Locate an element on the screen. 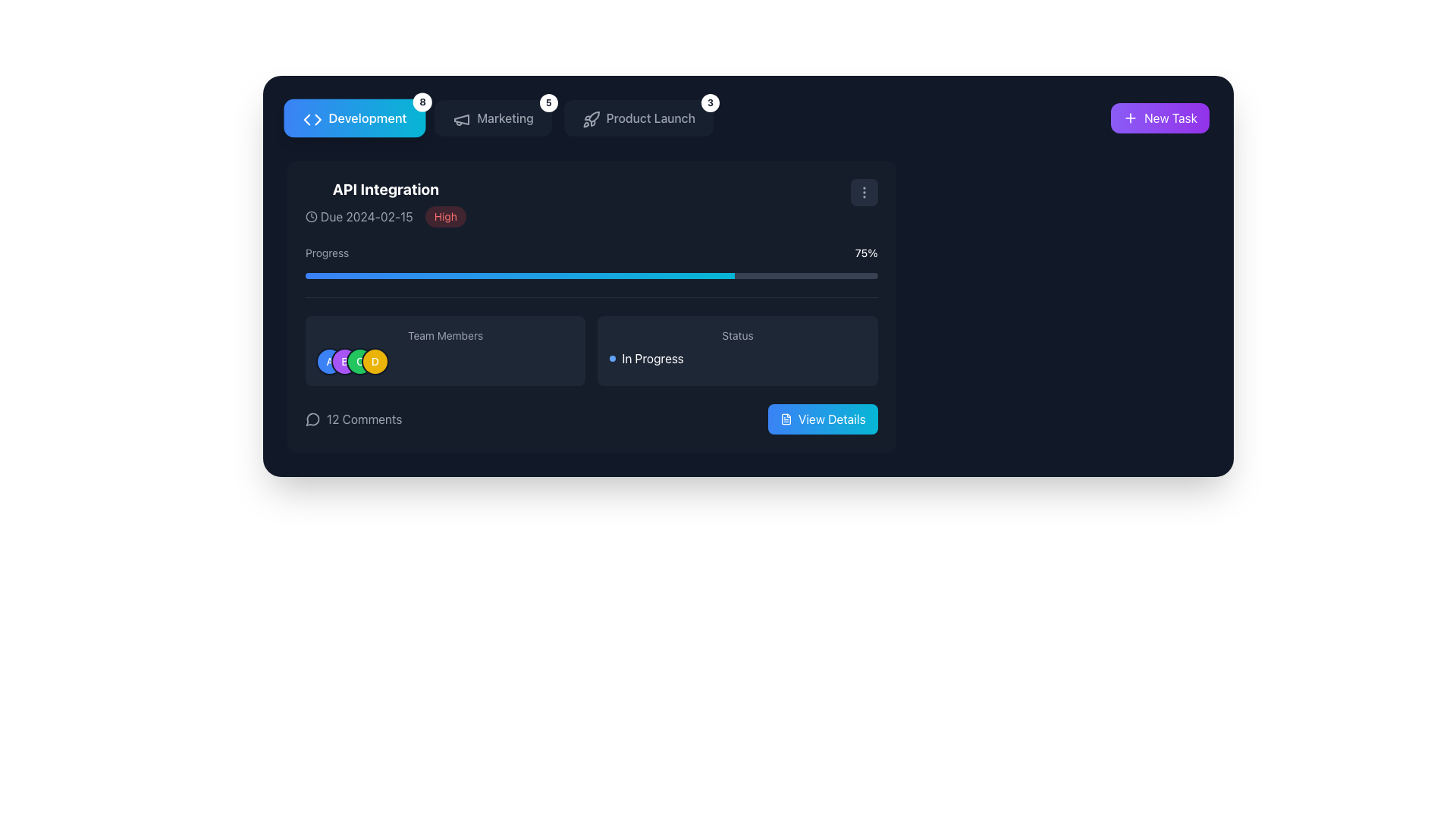 The width and height of the screenshot is (1456, 819). the text label displaying the due date 'Due 2024-02-15' to associate it with the task timeline is located at coordinates (366, 216).